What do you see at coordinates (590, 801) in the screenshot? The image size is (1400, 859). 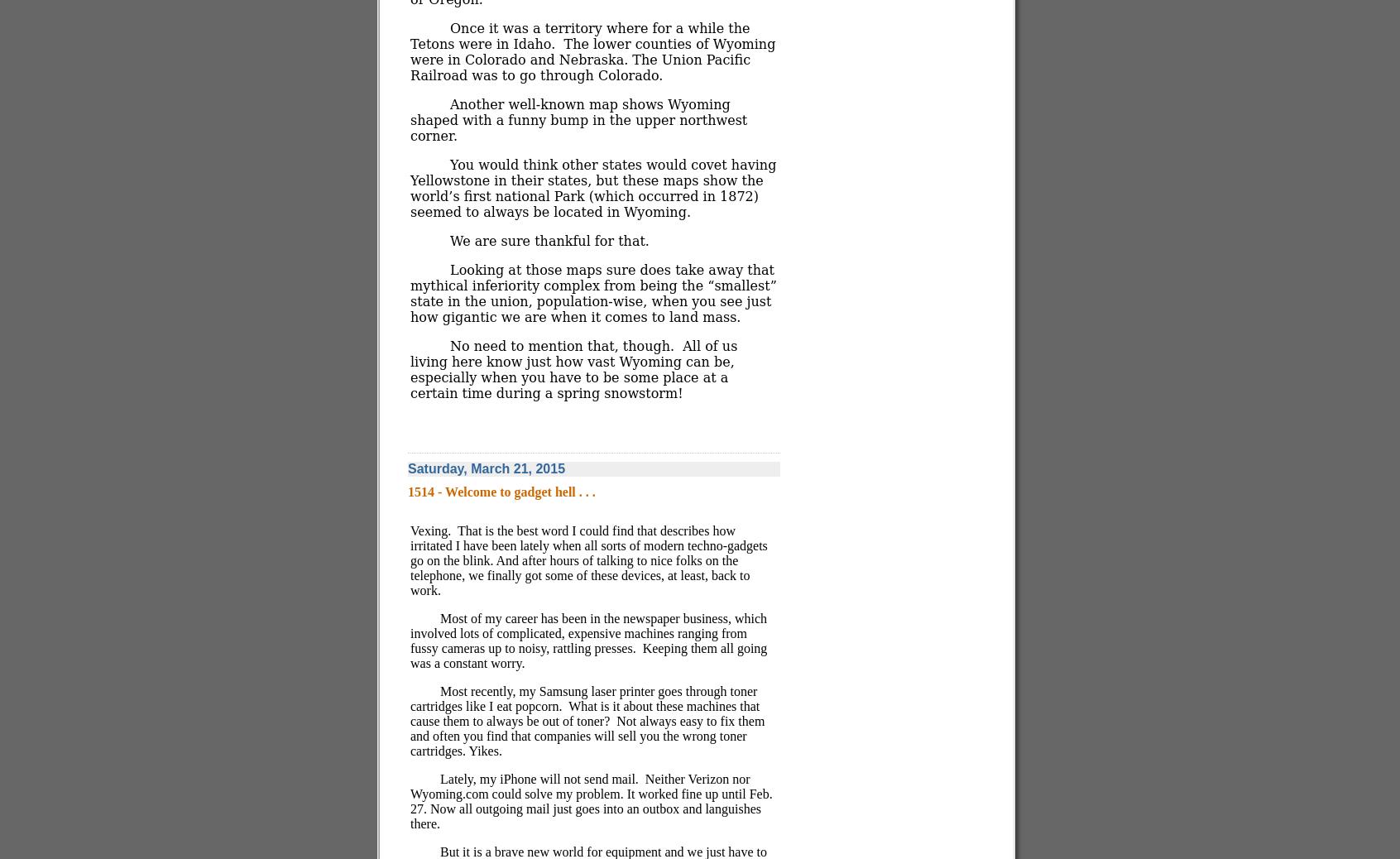 I see `'Neither
Verizon nor Wyoming.com could solve my problem. It worked fine up until Feb.
27. Now all outgoing mail just goes into an outbox and languishes there.'` at bounding box center [590, 801].